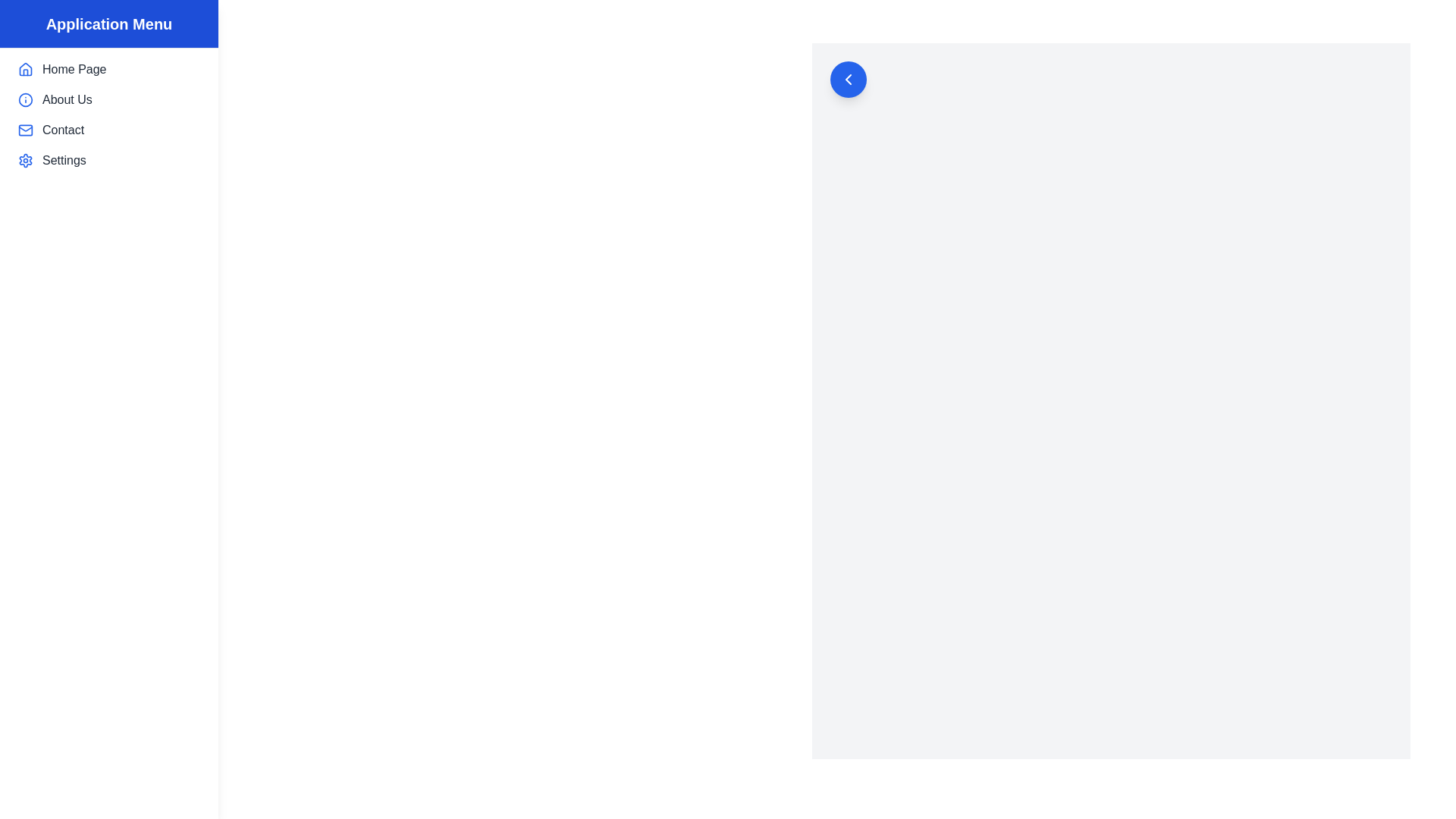 This screenshot has width=1456, height=819. I want to click on the outlined envelope icon representing the 'Contact' menu item in the vertical menu, so click(25, 130).